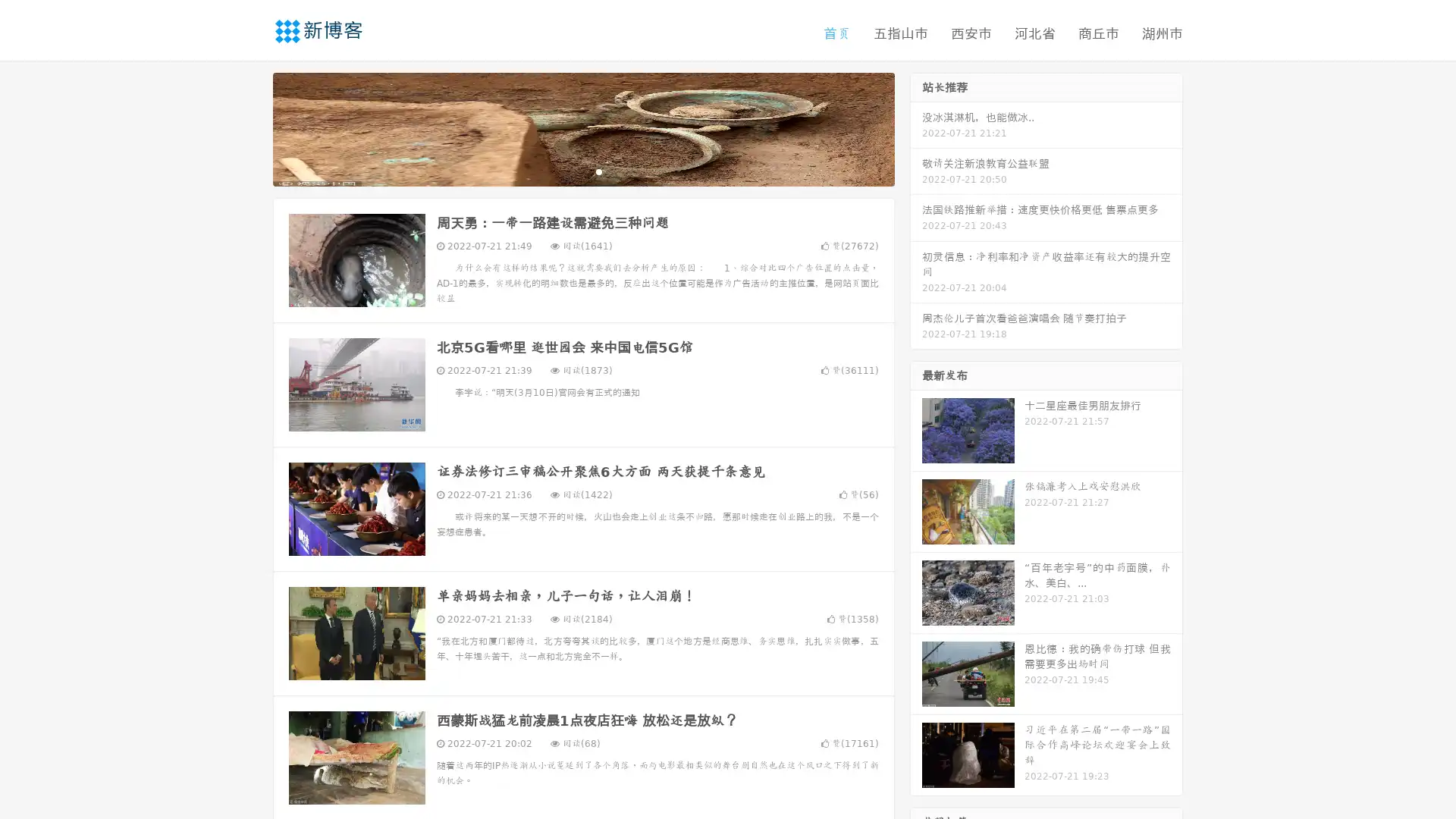  I want to click on Go to slide 3, so click(598, 171).